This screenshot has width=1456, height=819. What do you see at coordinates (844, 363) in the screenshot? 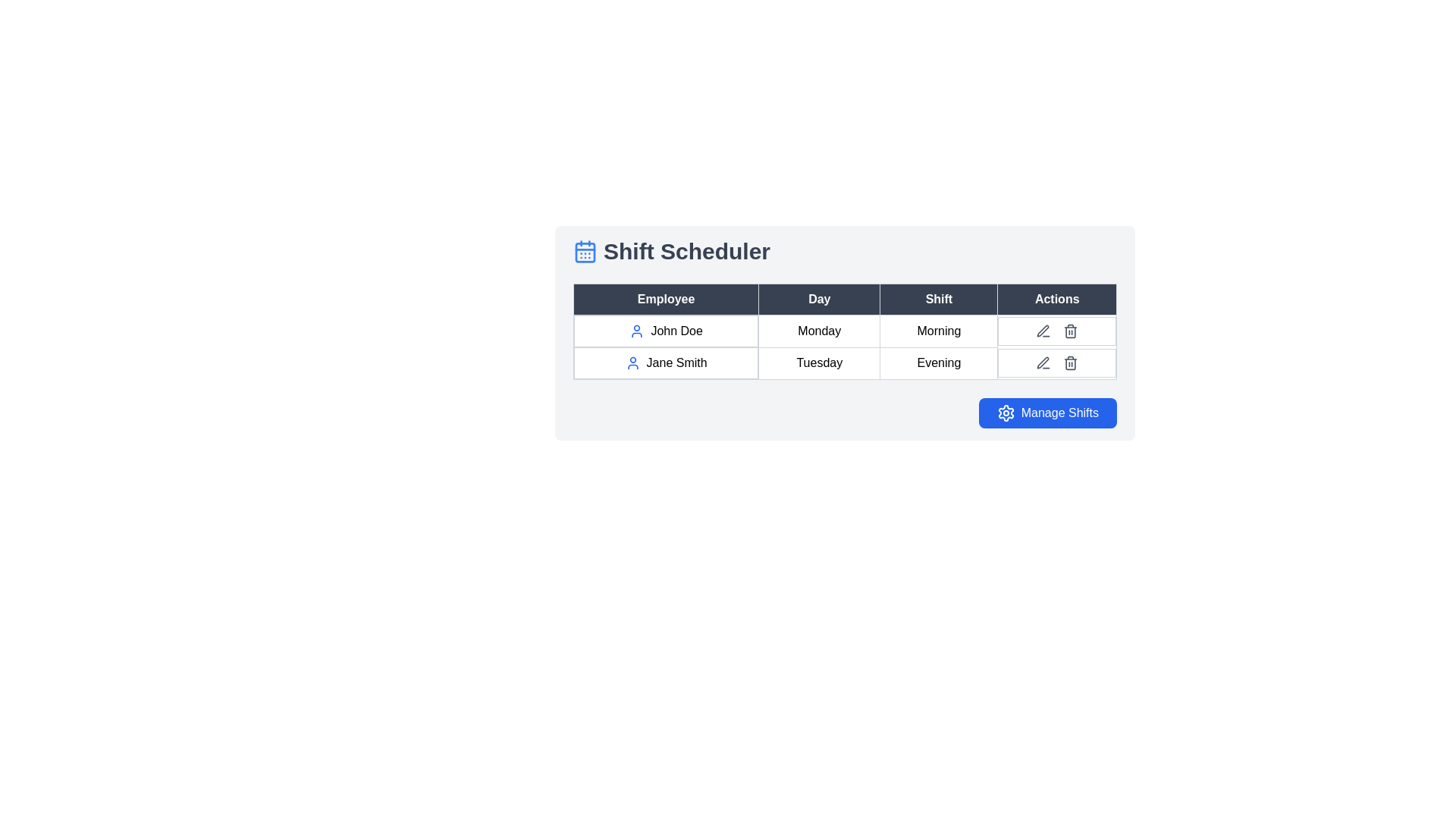
I see `the second row of the table that displays information about an individual shift, including the assignee's name, the day, and the time` at bounding box center [844, 363].